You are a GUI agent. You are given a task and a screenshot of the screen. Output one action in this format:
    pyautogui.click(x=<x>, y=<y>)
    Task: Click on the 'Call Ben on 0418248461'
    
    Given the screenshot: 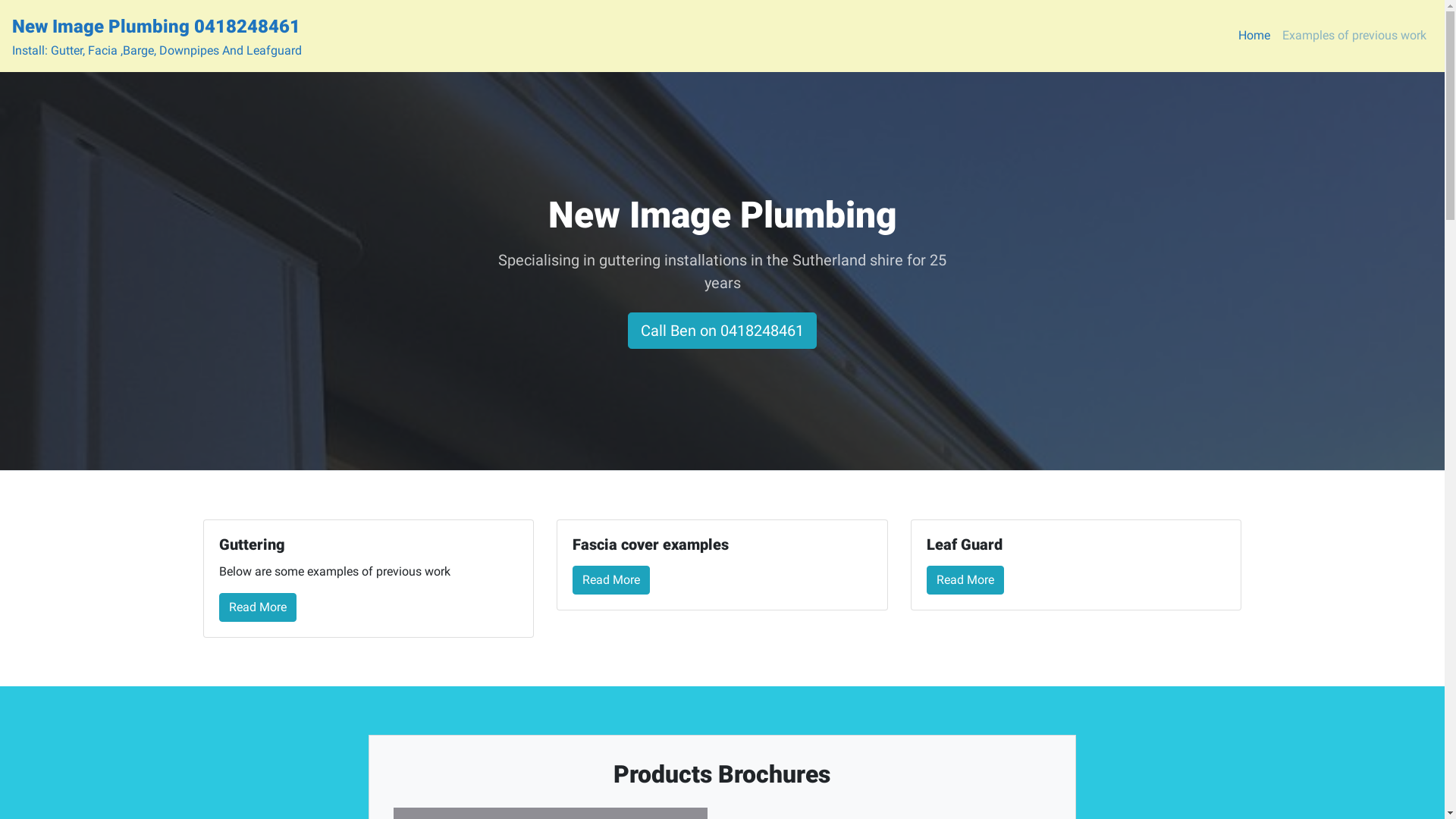 What is the action you would take?
    pyautogui.click(x=628, y=329)
    